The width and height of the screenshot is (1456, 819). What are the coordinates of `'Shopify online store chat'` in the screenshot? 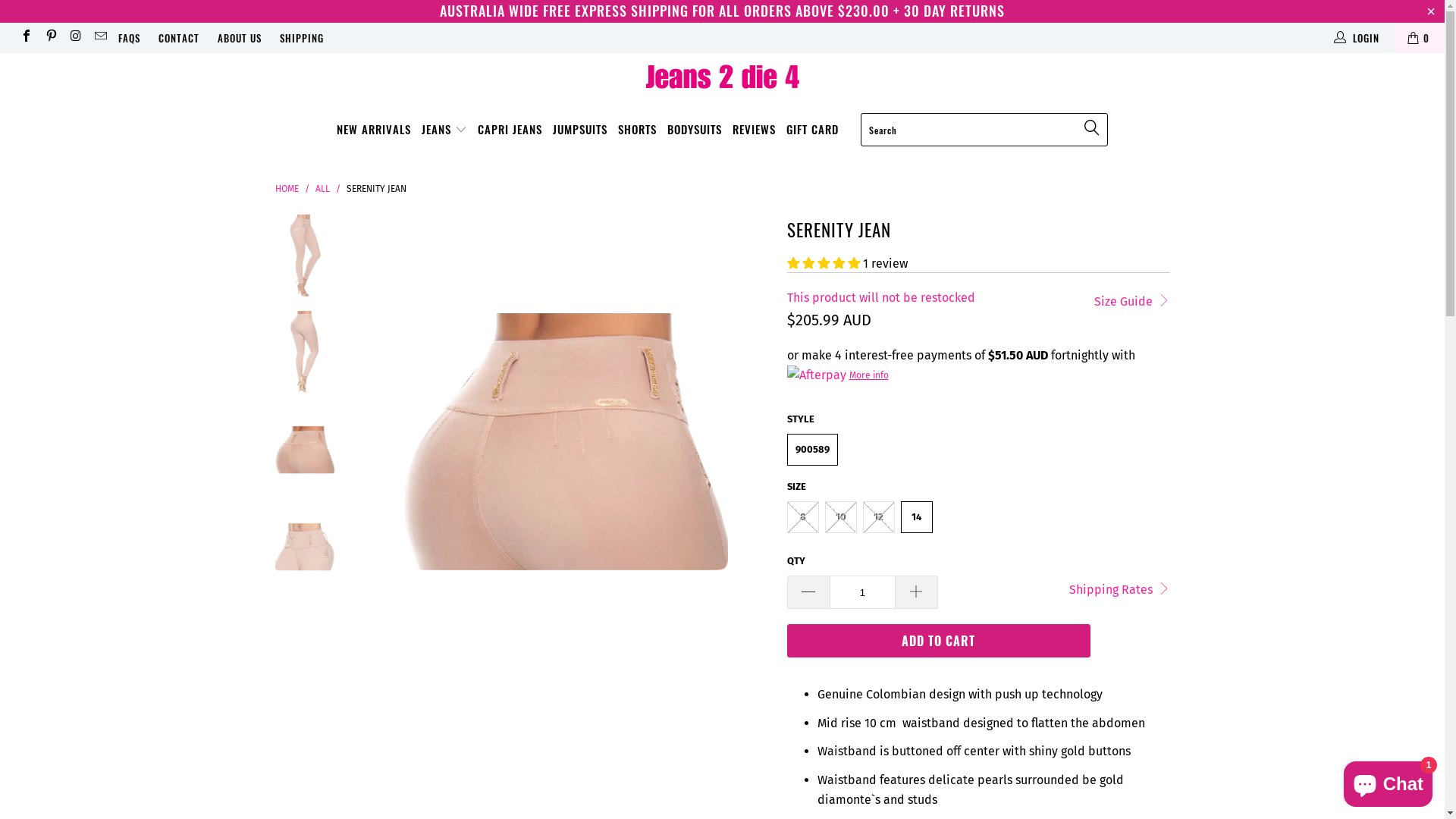 It's located at (1388, 780).